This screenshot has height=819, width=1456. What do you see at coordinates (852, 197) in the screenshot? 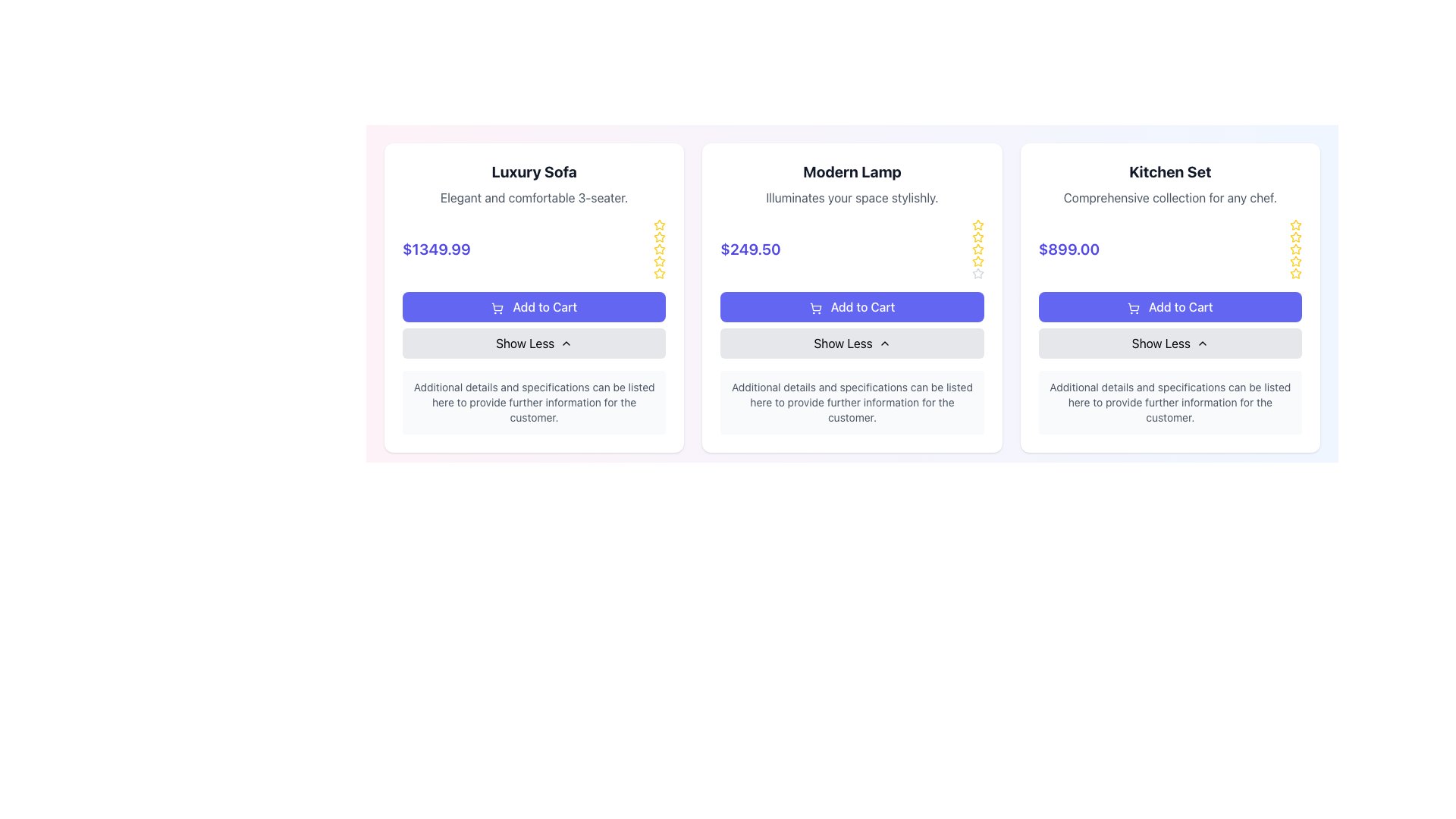
I see `the text label that reads 'Illuminates your space stylishly.' which is located in the middle card of a three-card layout, directly below the title 'Modern Lamp'` at bounding box center [852, 197].